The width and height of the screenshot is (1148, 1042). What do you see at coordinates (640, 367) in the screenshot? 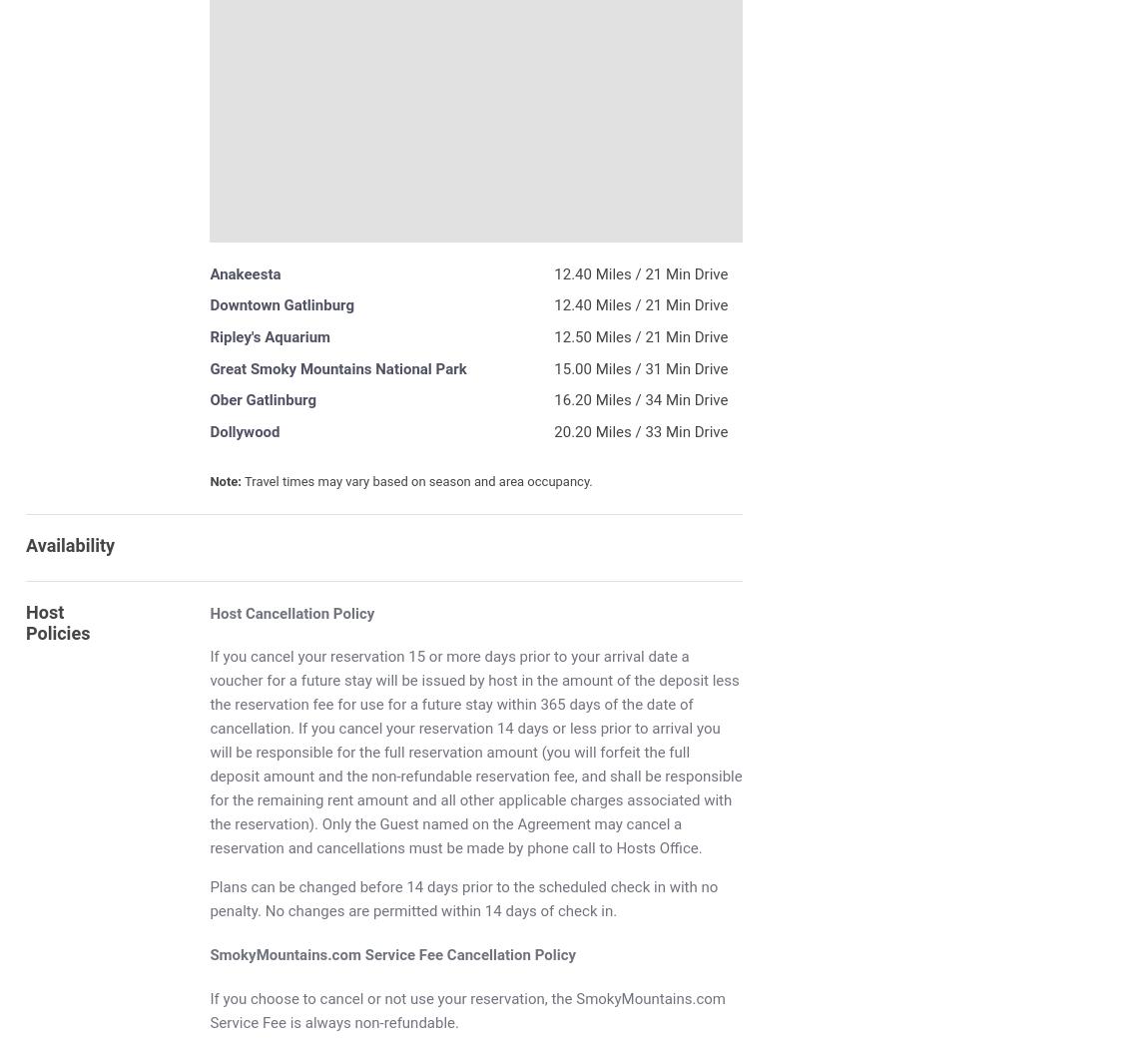
I see `'15.00 Miles / 31 Min Drive'` at bounding box center [640, 367].